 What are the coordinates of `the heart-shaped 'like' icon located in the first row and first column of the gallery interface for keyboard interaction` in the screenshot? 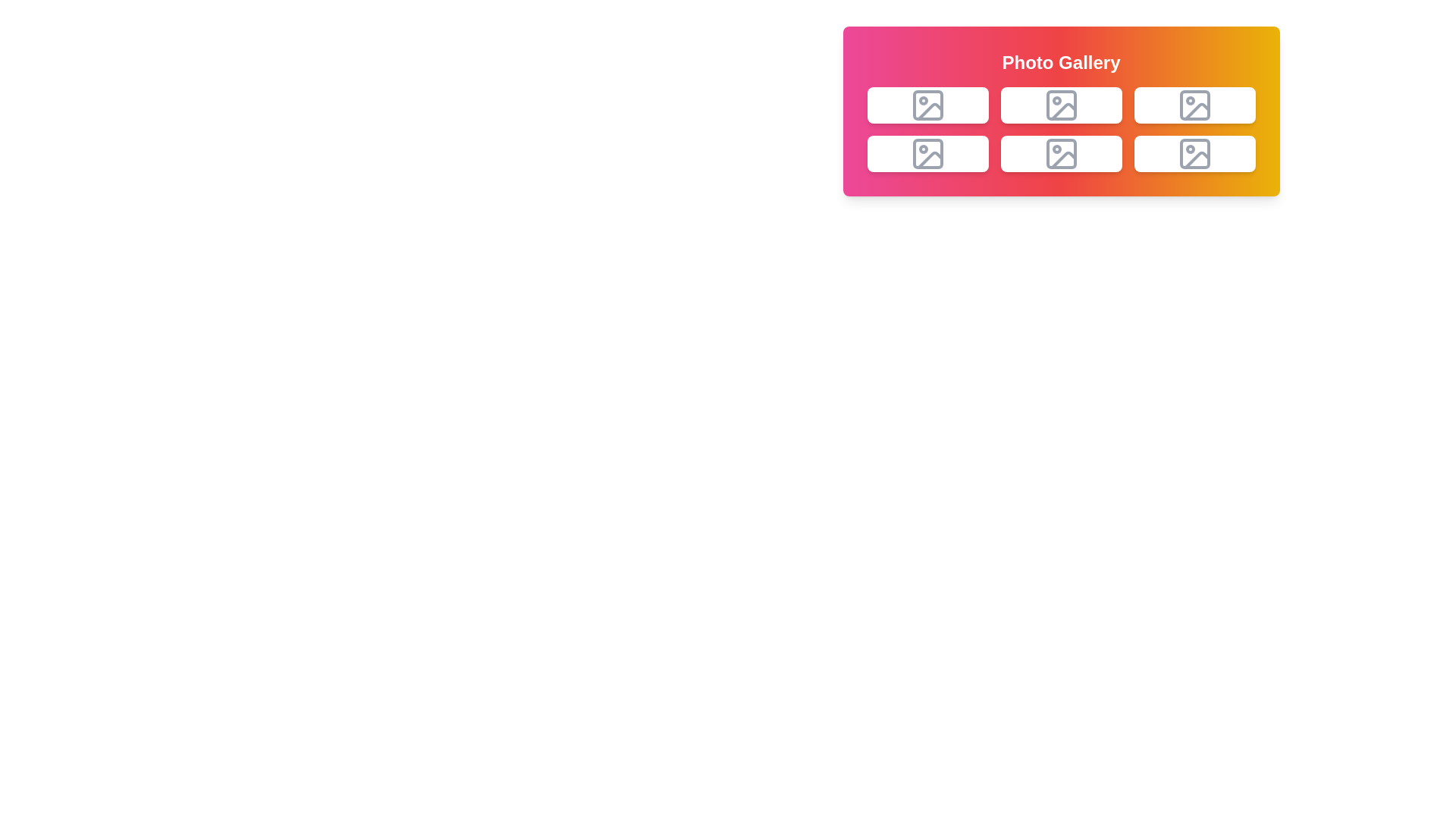 It's located at (946, 104).